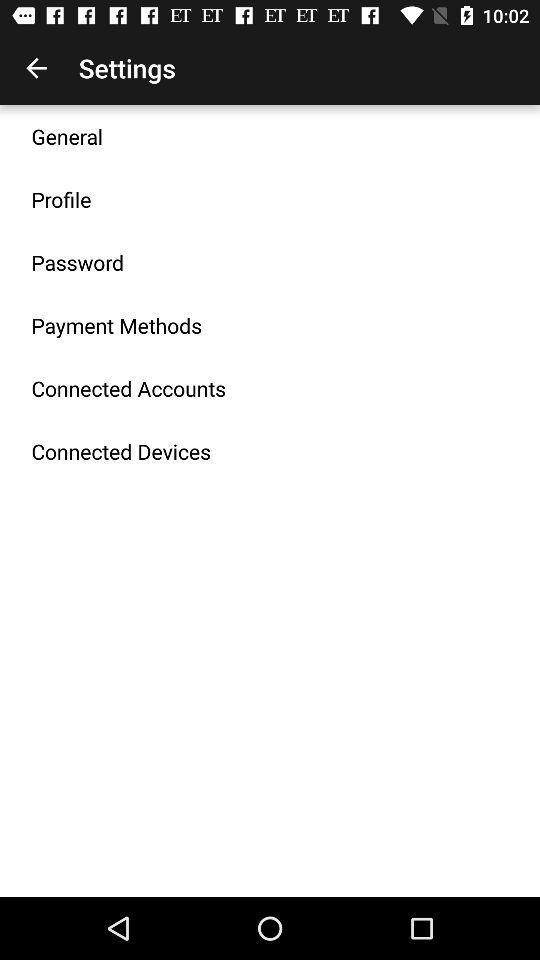 The image size is (540, 960). Describe the element at coordinates (116, 325) in the screenshot. I see `the icon below the password icon` at that location.